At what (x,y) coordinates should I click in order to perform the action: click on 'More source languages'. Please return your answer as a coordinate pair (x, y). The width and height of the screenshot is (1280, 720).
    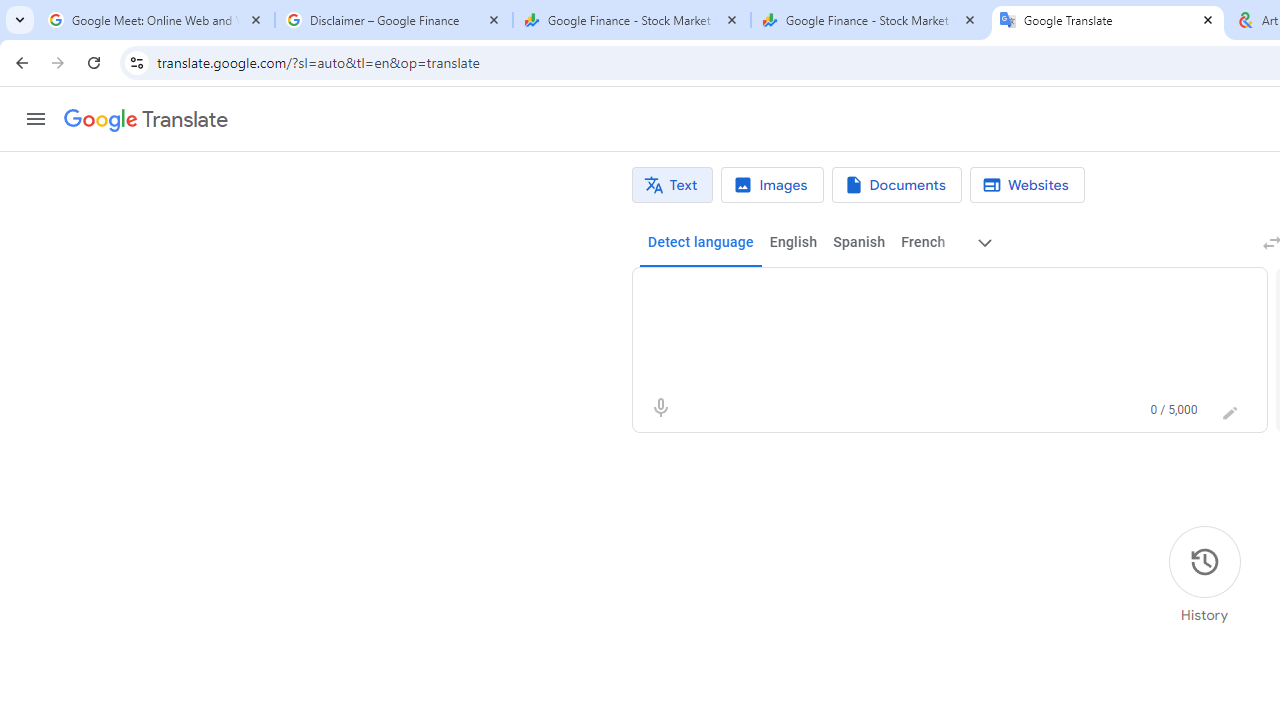
    Looking at the image, I should click on (985, 242).